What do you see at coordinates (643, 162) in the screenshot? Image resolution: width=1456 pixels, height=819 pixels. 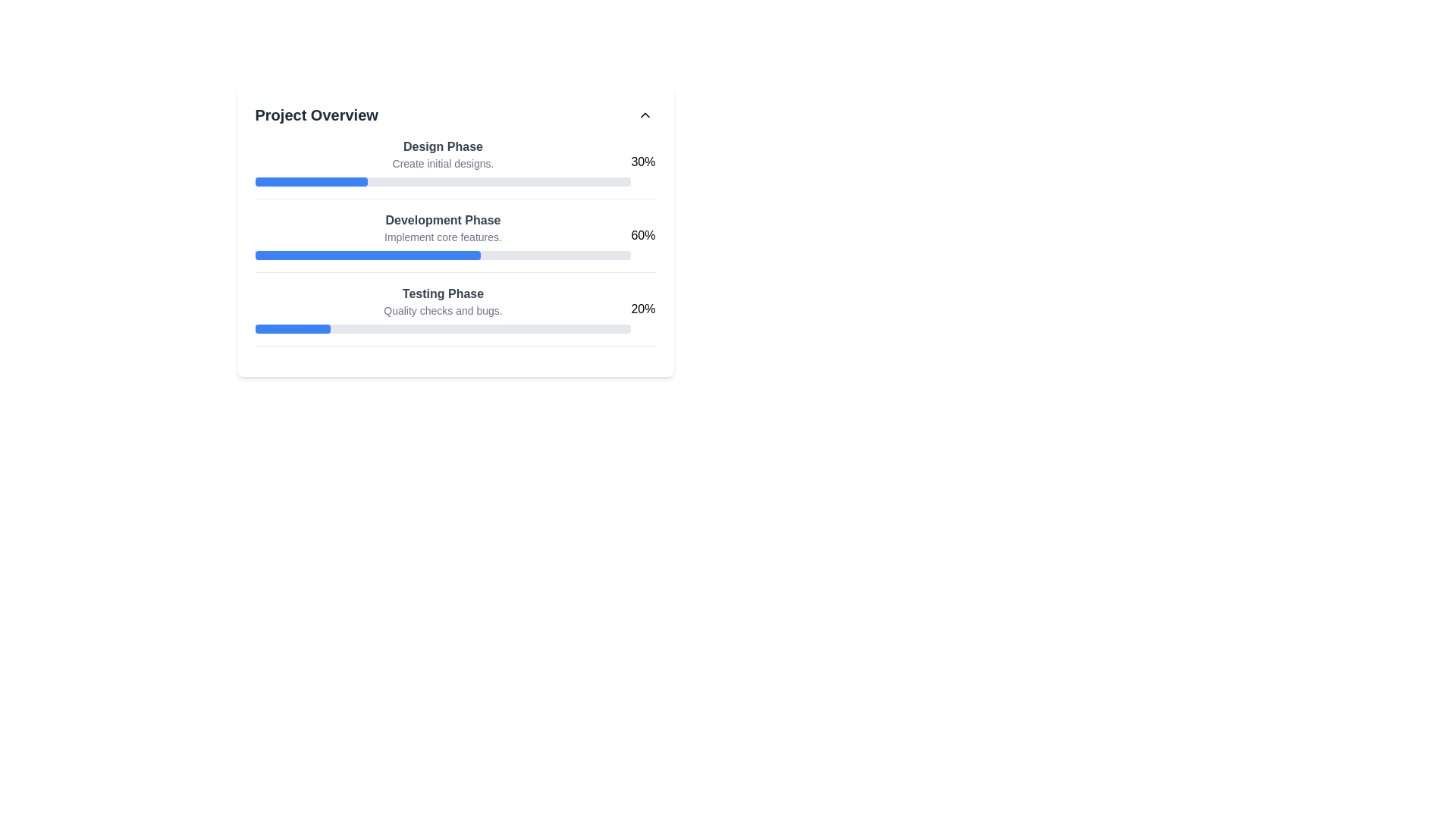 I see `the static label displaying '30%' located to the right of the 'Design Phase' progress bar in the 'Project Overview' interface` at bounding box center [643, 162].